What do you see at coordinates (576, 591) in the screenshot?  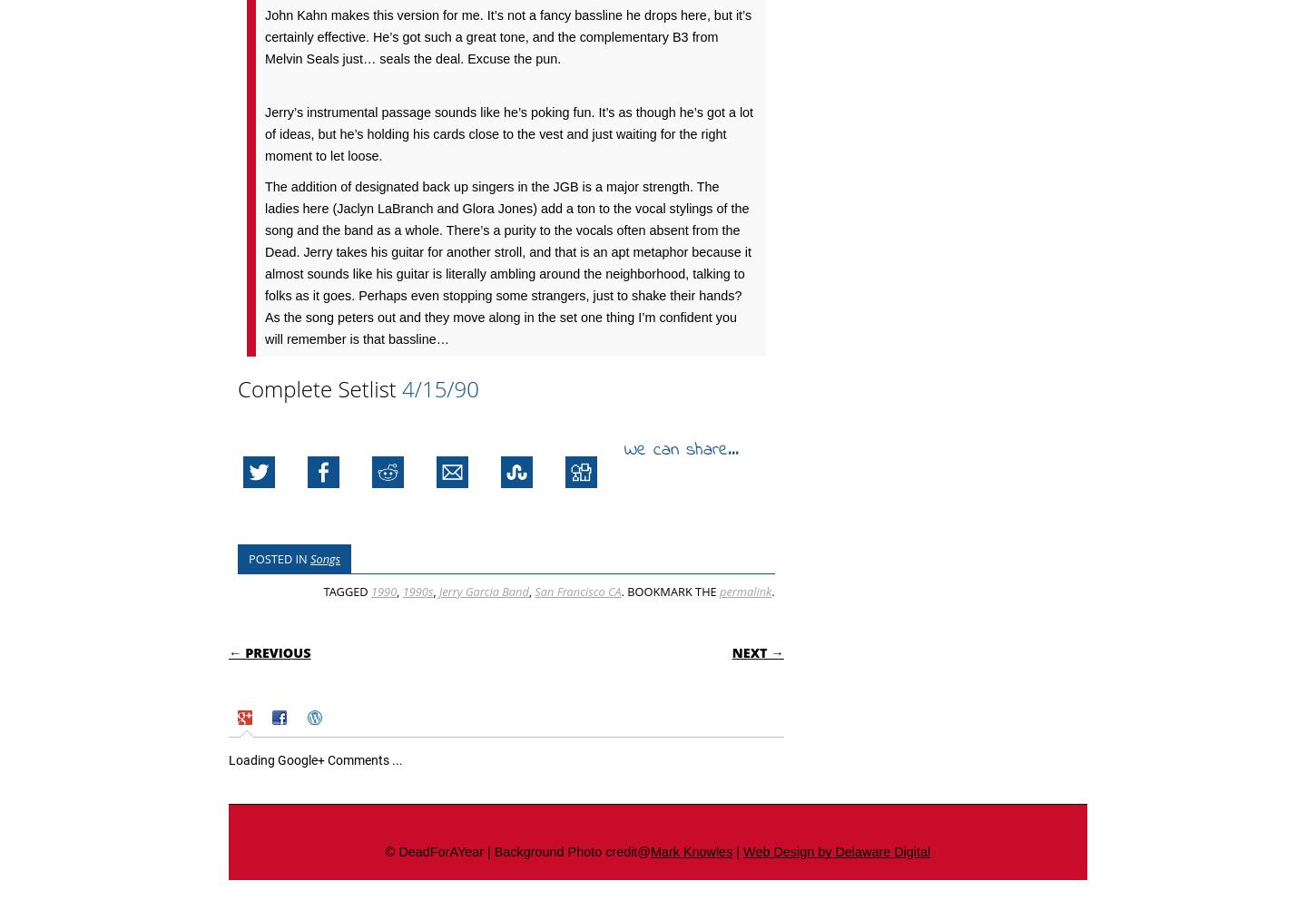 I see `'San Francisco CA'` at bounding box center [576, 591].